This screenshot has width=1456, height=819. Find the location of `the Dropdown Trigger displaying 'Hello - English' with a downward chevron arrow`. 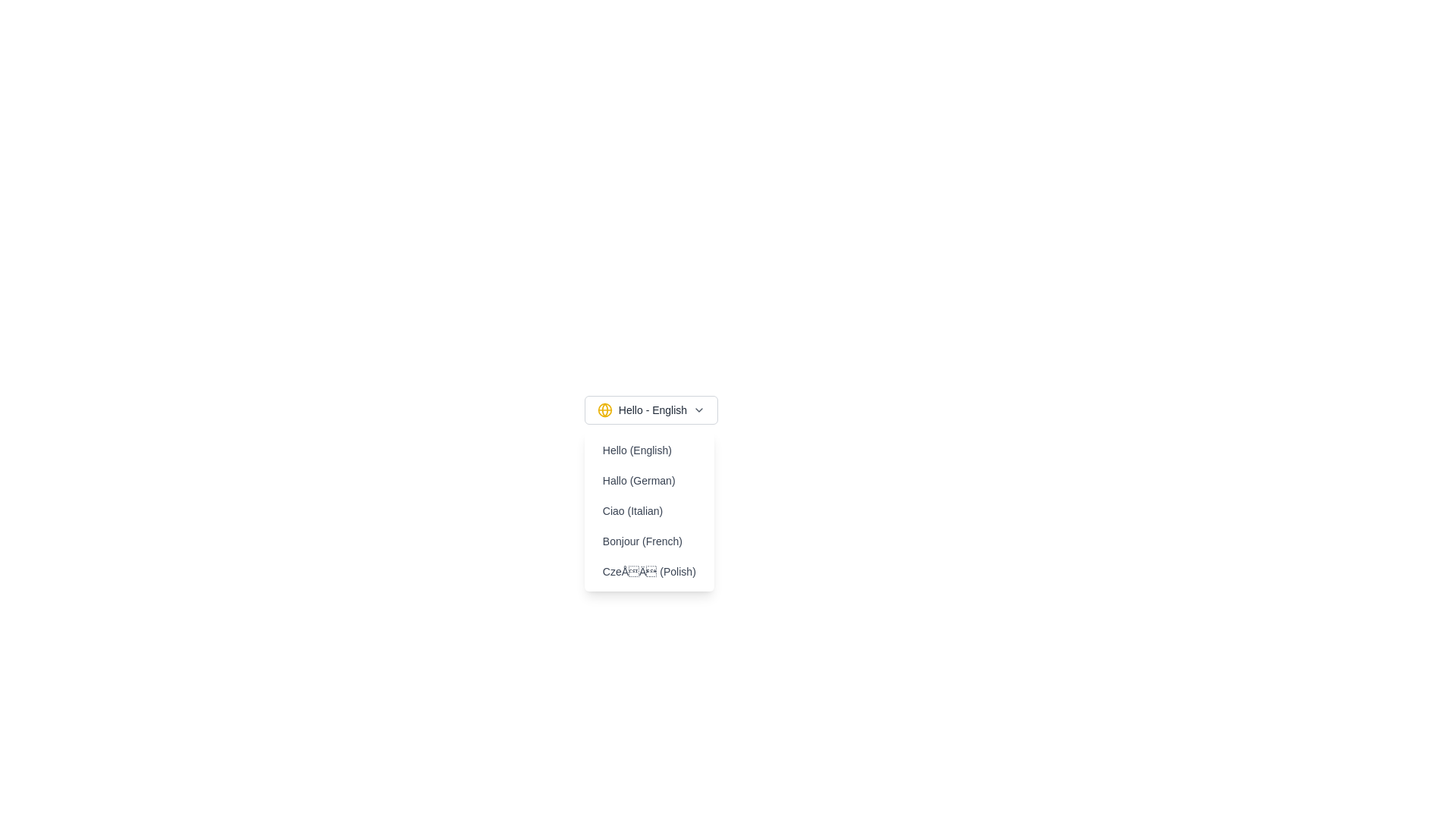

the Dropdown Trigger displaying 'Hello - English' with a downward chevron arrow is located at coordinates (651, 409).